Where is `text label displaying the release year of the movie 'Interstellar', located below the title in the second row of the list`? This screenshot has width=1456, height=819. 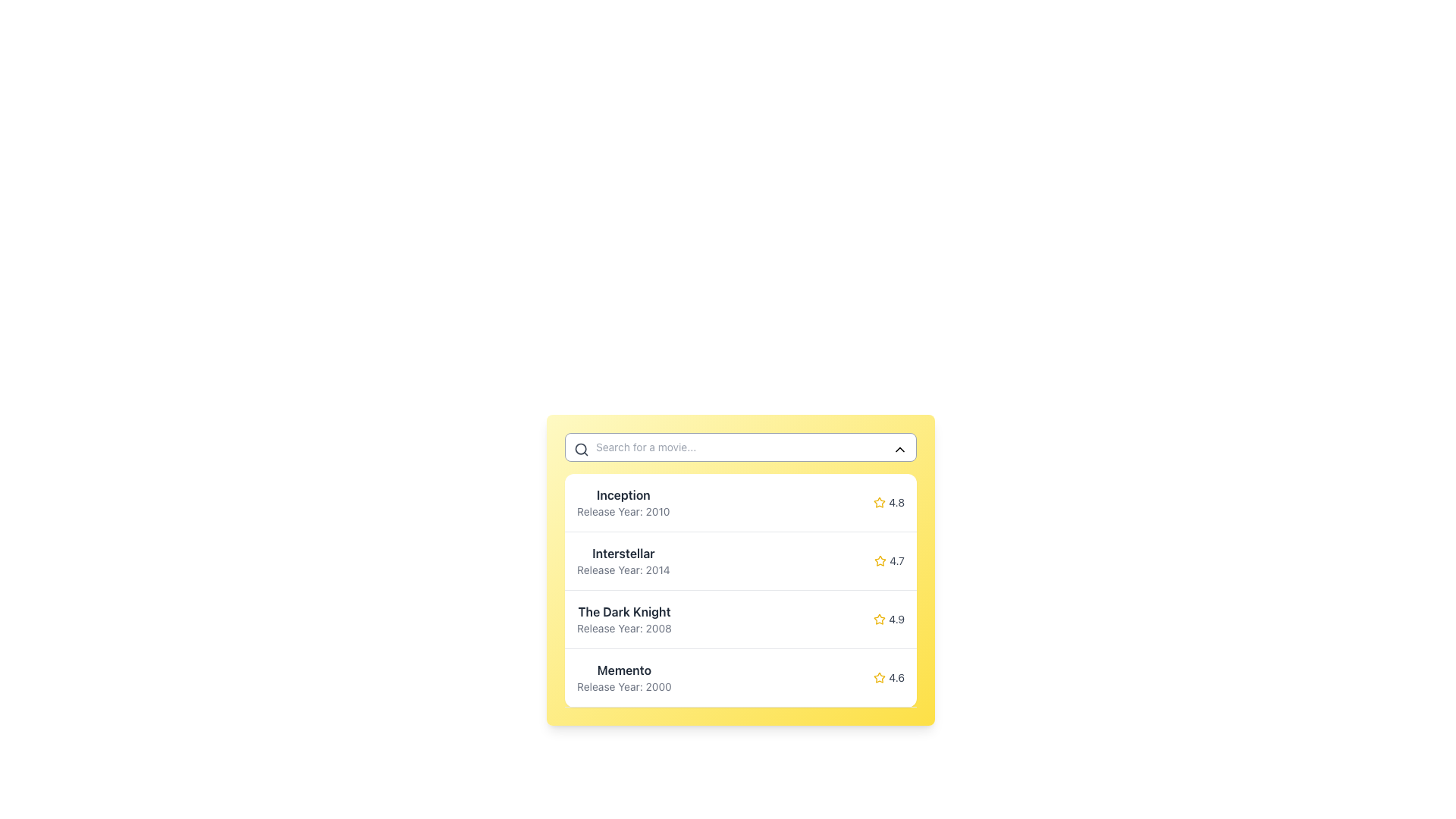
text label displaying the release year of the movie 'Interstellar', located below the title in the second row of the list is located at coordinates (623, 570).